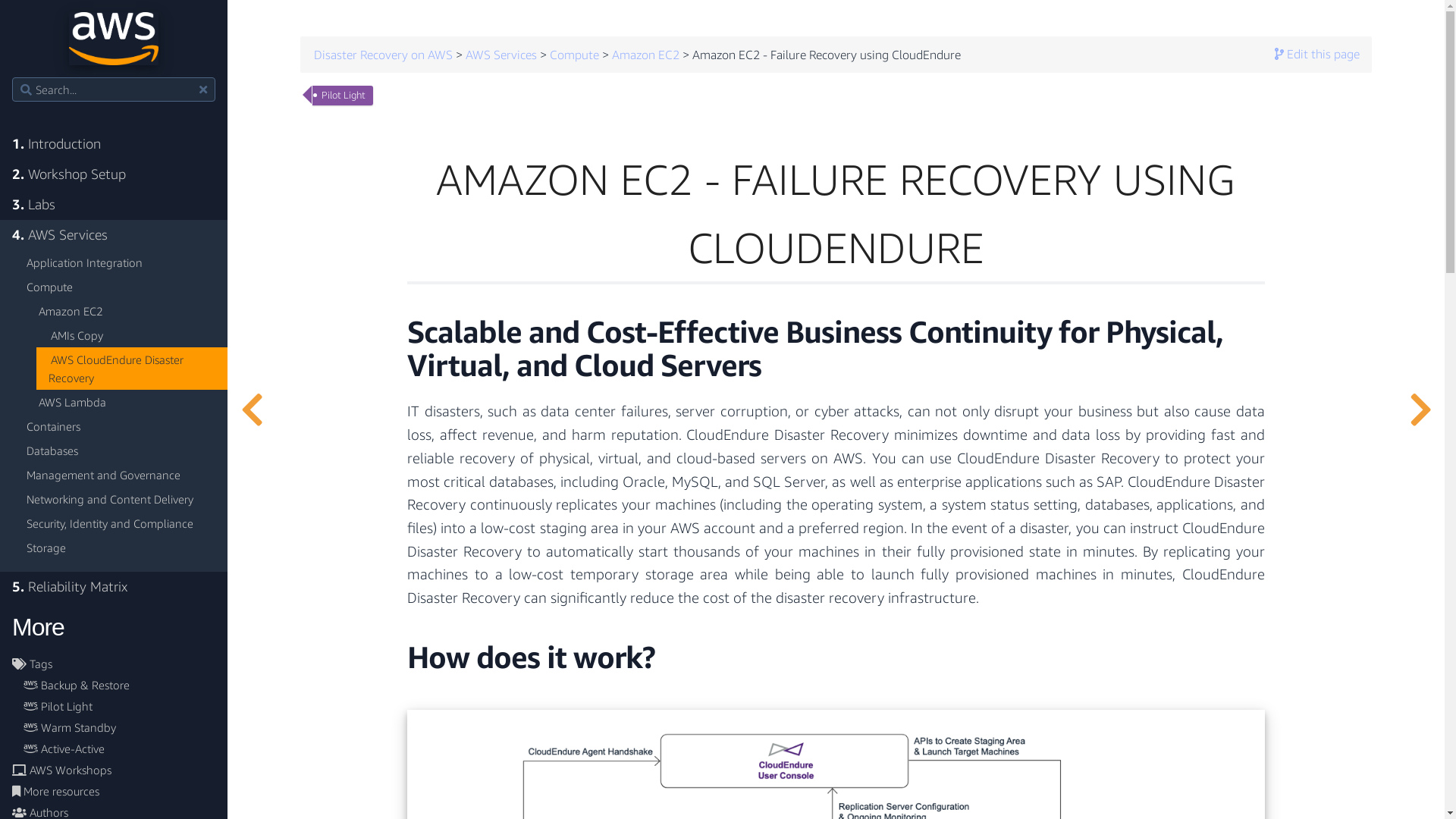 Image resolution: width=1456 pixels, height=819 pixels. Describe the element at coordinates (112, 748) in the screenshot. I see `'Active-Active'` at that location.